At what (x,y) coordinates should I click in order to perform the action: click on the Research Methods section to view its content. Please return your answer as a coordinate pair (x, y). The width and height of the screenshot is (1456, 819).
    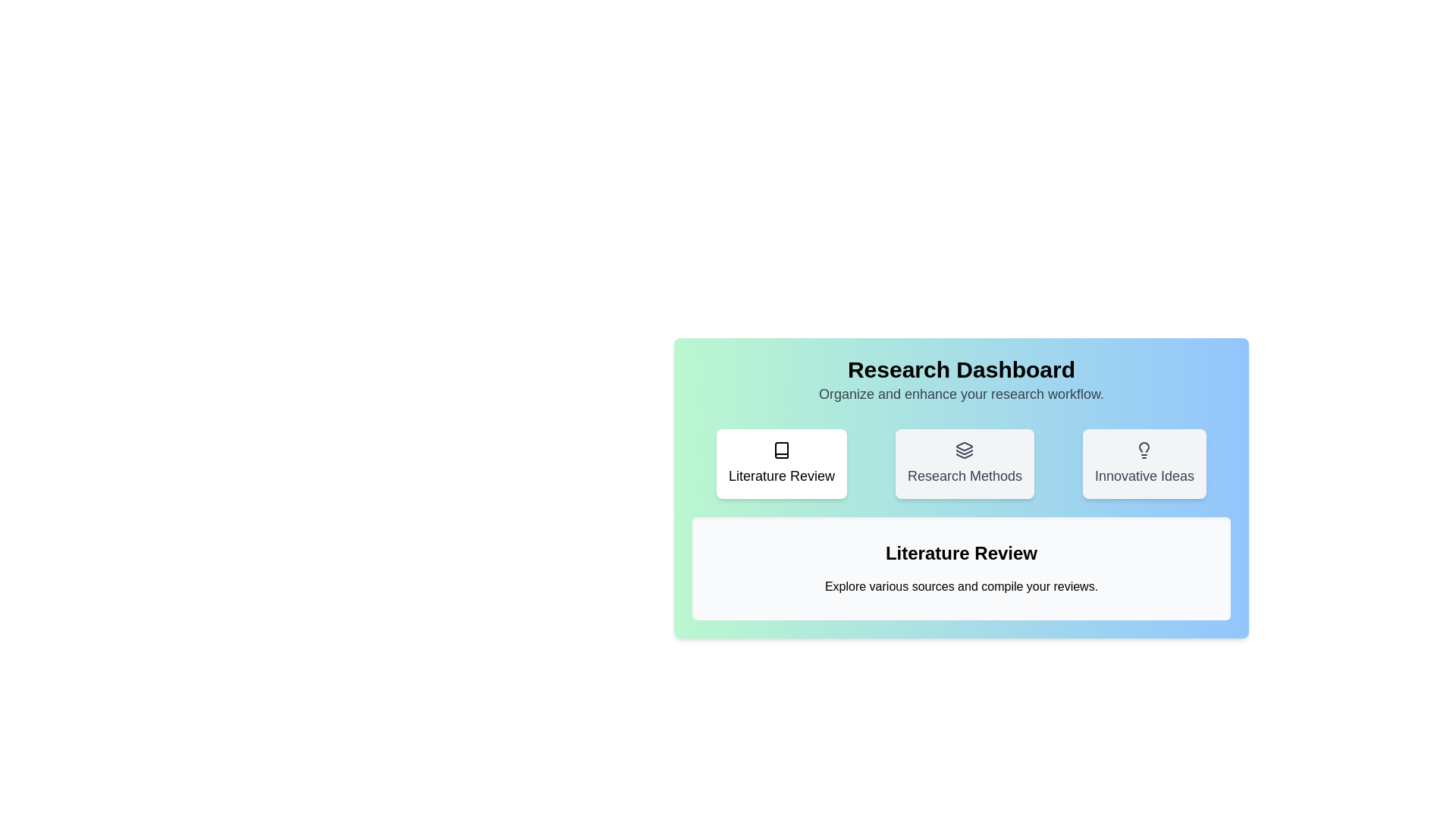
    Looking at the image, I should click on (964, 463).